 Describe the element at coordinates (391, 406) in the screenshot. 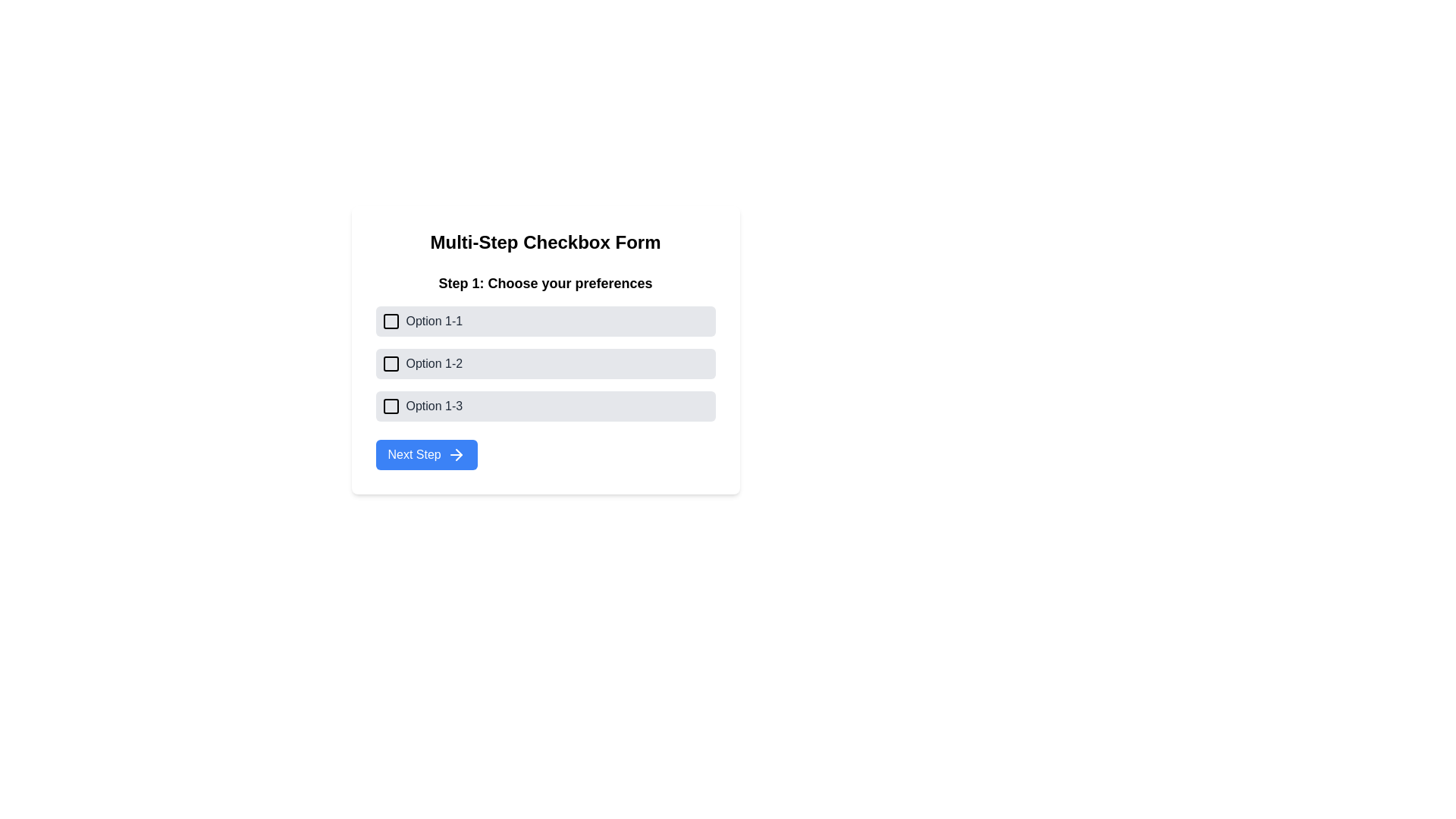

I see `the checkbox labeled 'Option 1-3'` at that location.